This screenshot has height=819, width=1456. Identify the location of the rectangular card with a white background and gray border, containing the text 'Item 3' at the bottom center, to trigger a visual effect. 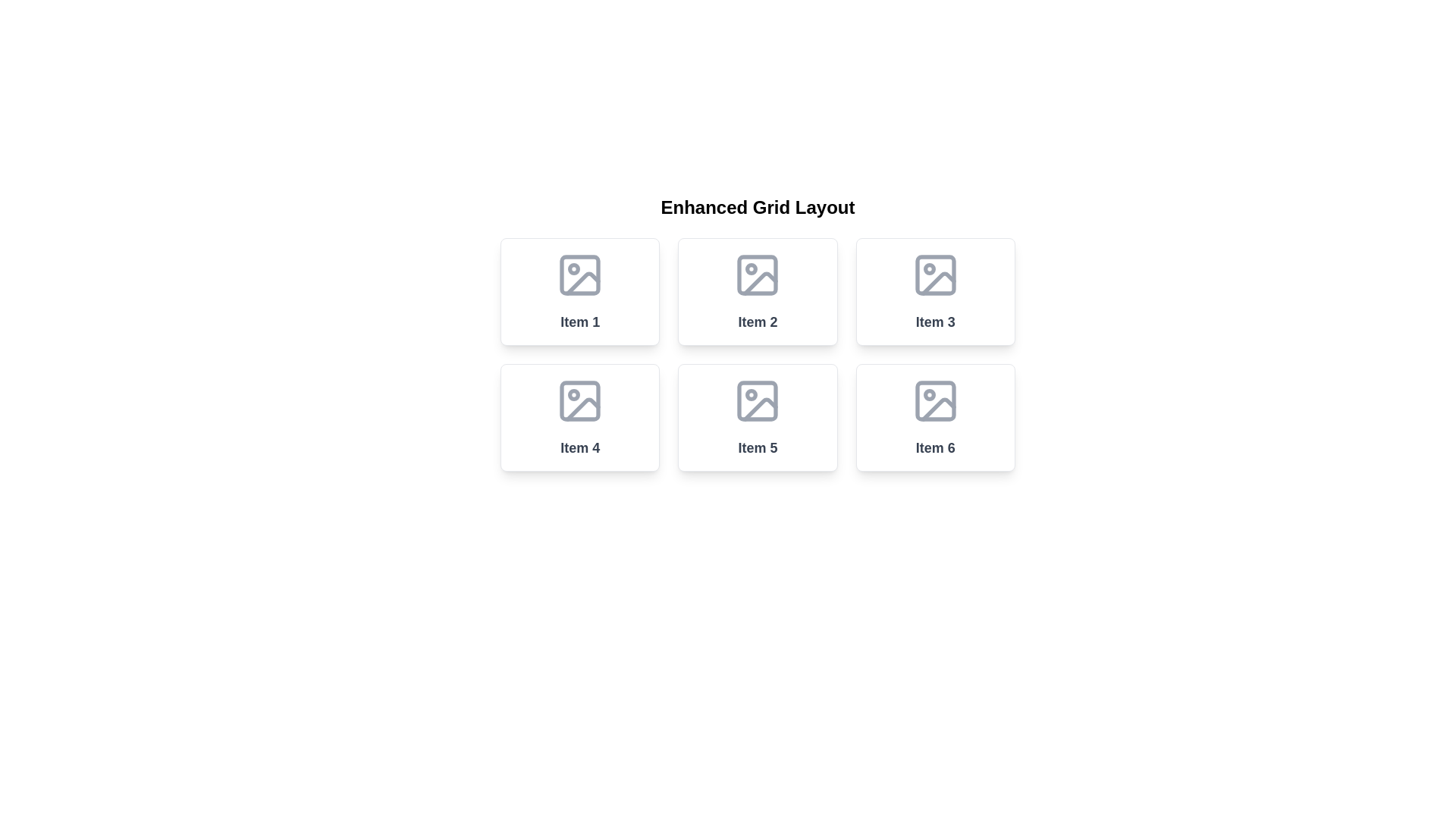
(934, 292).